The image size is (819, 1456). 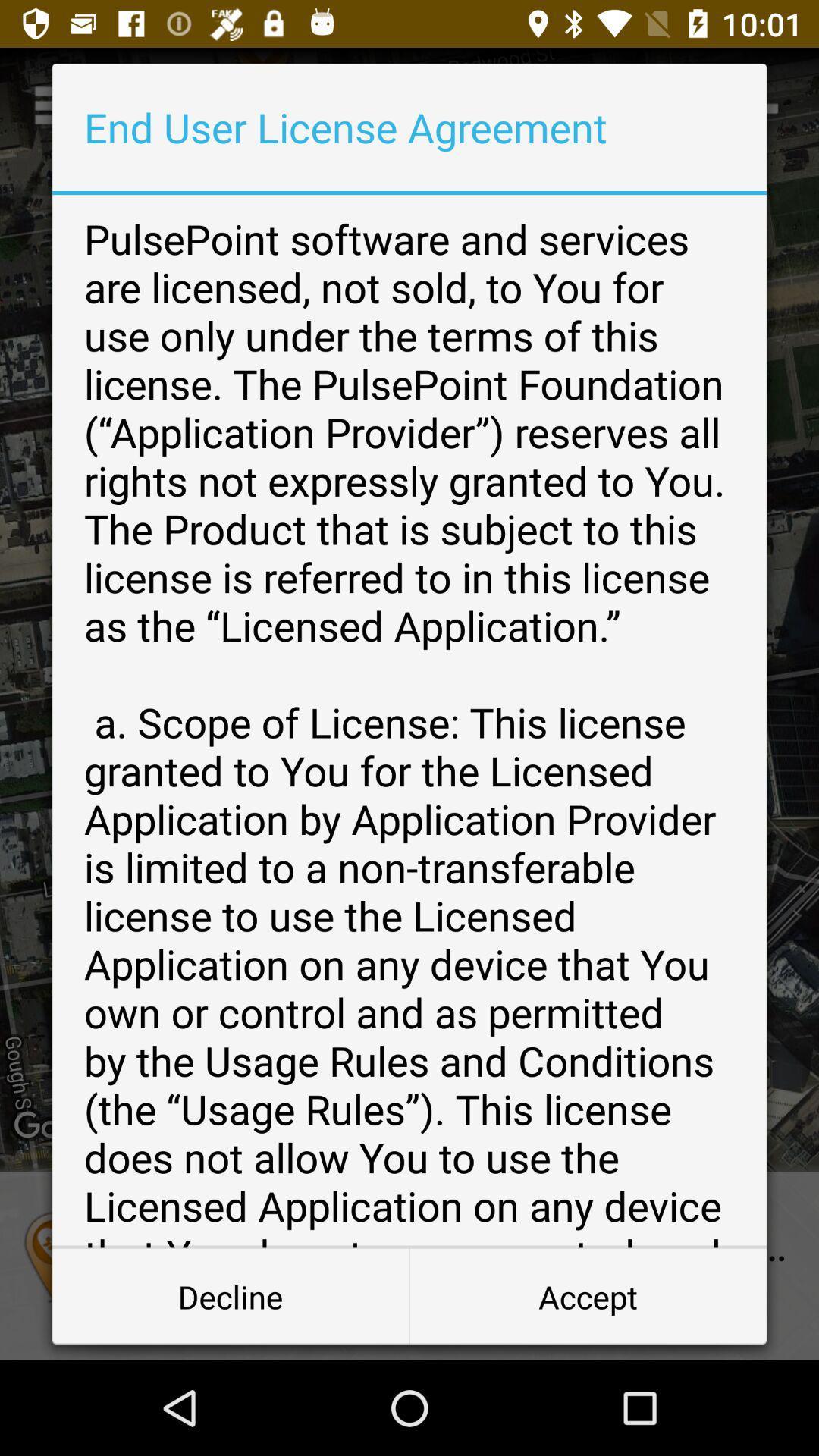 What do you see at coordinates (587, 1295) in the screenshot?
I see `accept` at bounding box center [587, 1295].